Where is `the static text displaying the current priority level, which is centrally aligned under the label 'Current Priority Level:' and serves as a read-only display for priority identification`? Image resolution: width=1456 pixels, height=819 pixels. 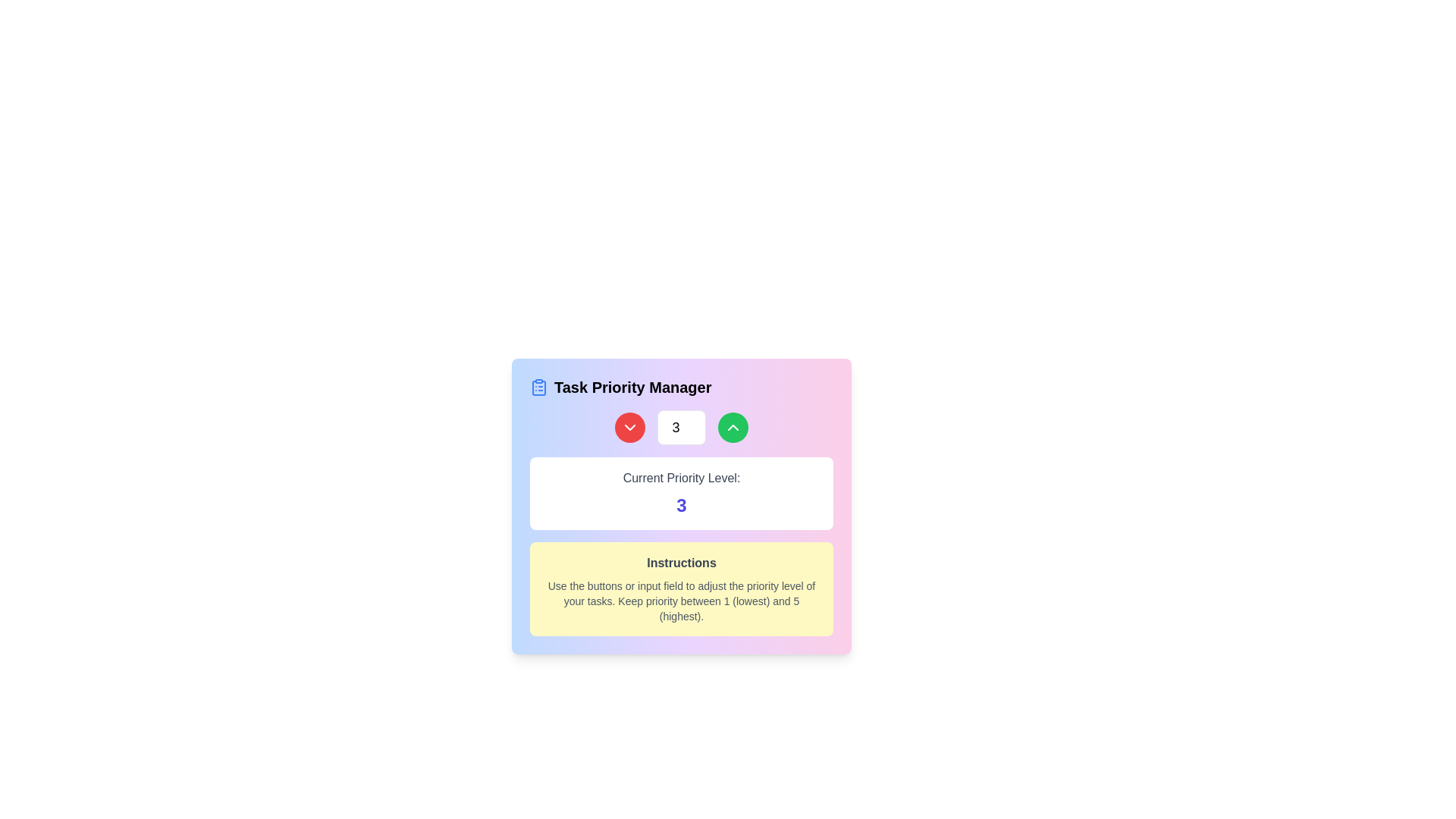
the static text displaying the current priority level, which is centrally aligned under the label 'Current Priority Level:' and serves as a read-only display for priority identification is located at coordinates (680, 506).